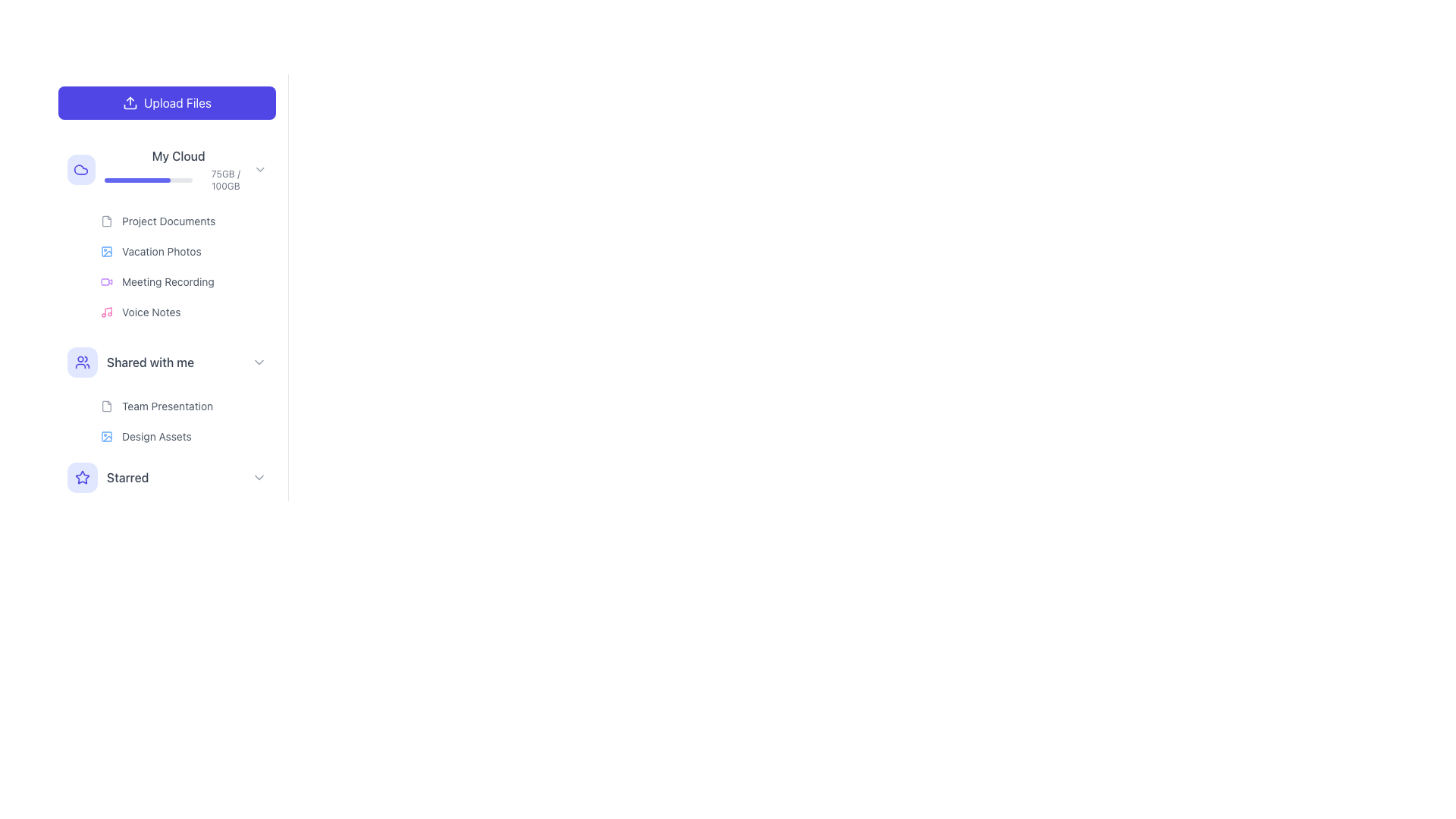 This screenshot has height=819, width=1456. Describe the element at coordinates (224, 180) in the screenshot. I see `text label indicating the current and maximum storage usage values, positioned to the right of the horizontal progress bar and above the 'My Cloud' label in the left-hand navigation panel` at that location.